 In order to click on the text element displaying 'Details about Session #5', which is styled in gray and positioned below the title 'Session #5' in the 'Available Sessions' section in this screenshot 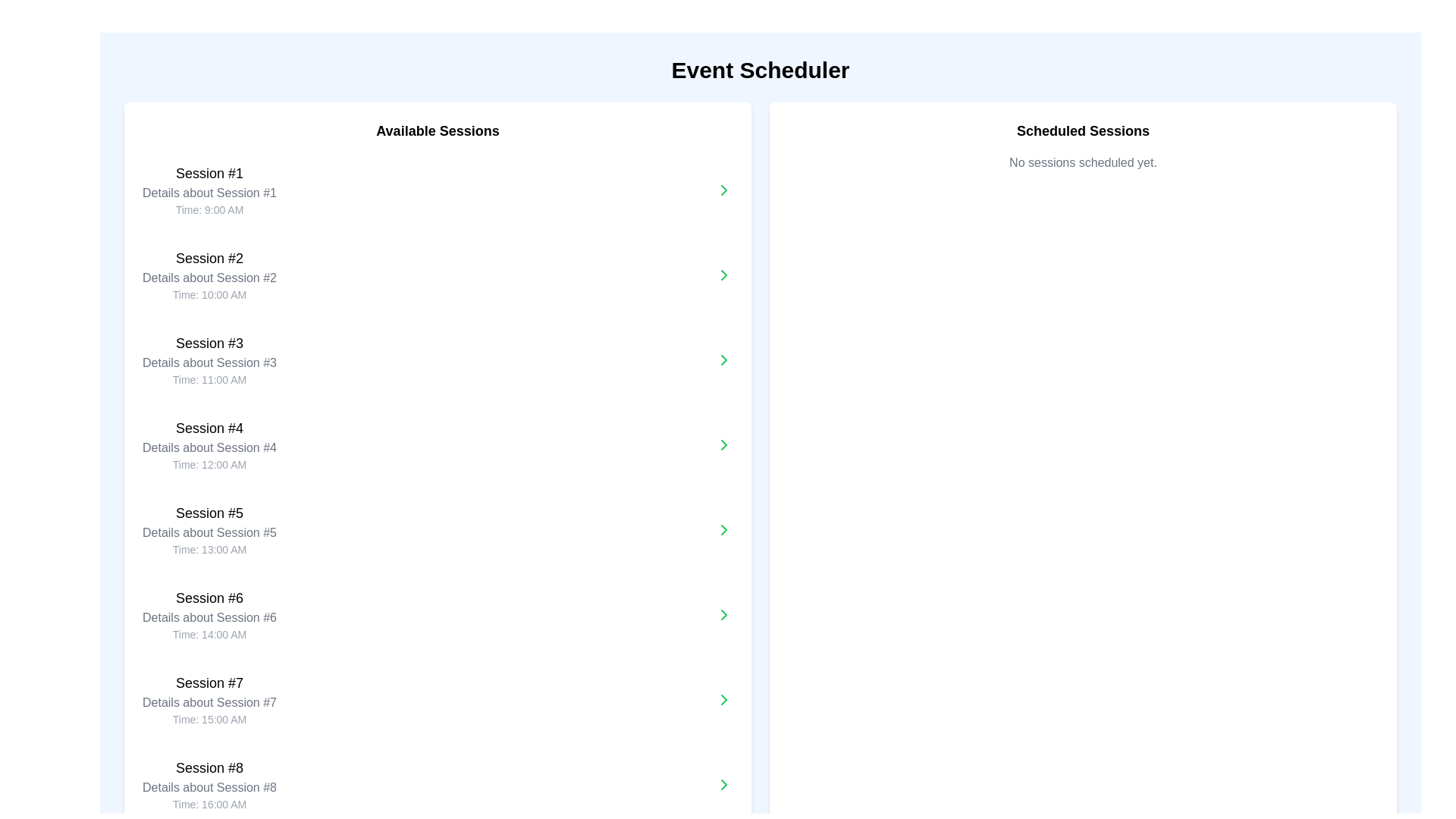, I will do `click(209, 532)`.